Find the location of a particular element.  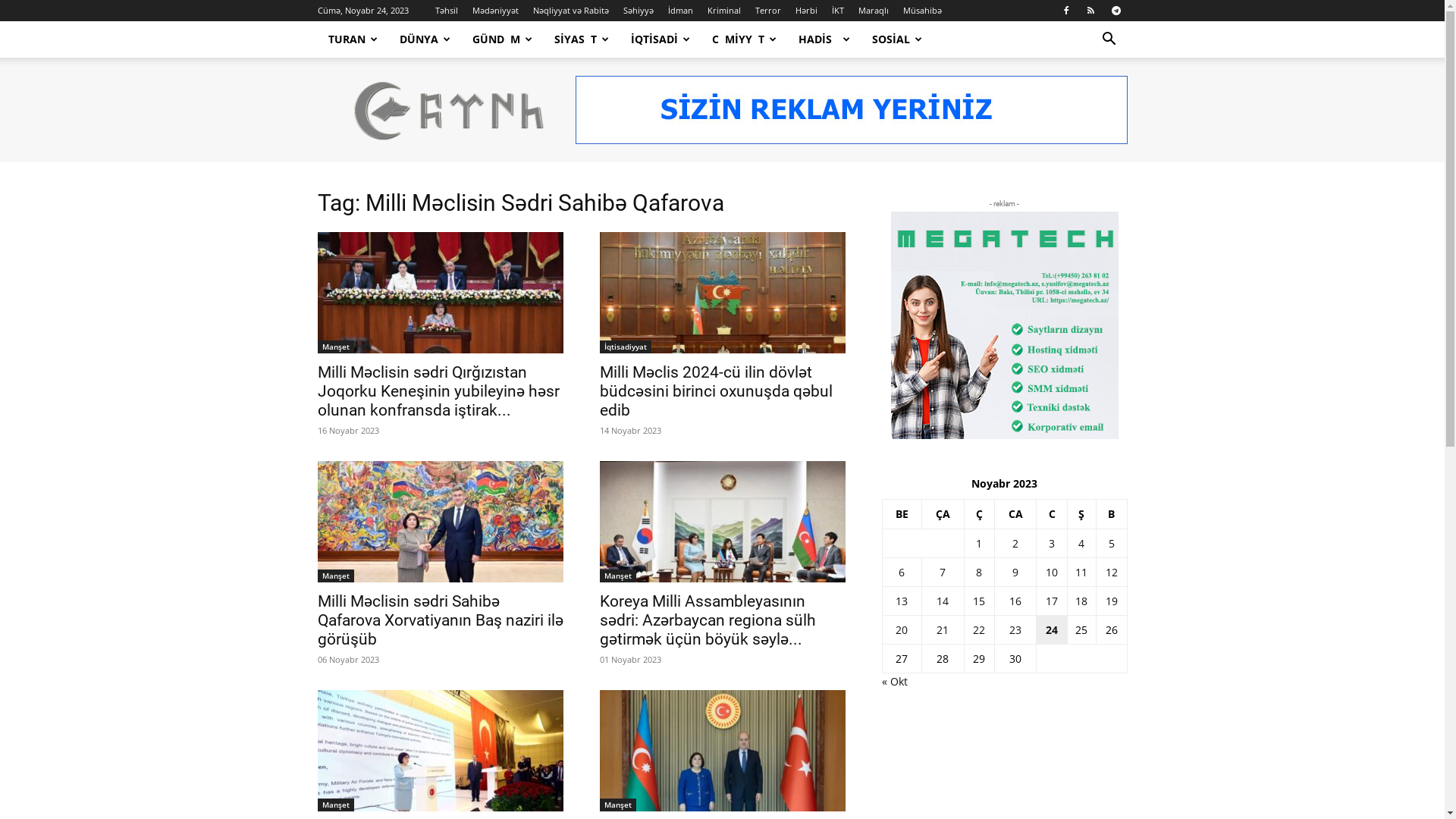

'8' is located at coordinates (979, 572).